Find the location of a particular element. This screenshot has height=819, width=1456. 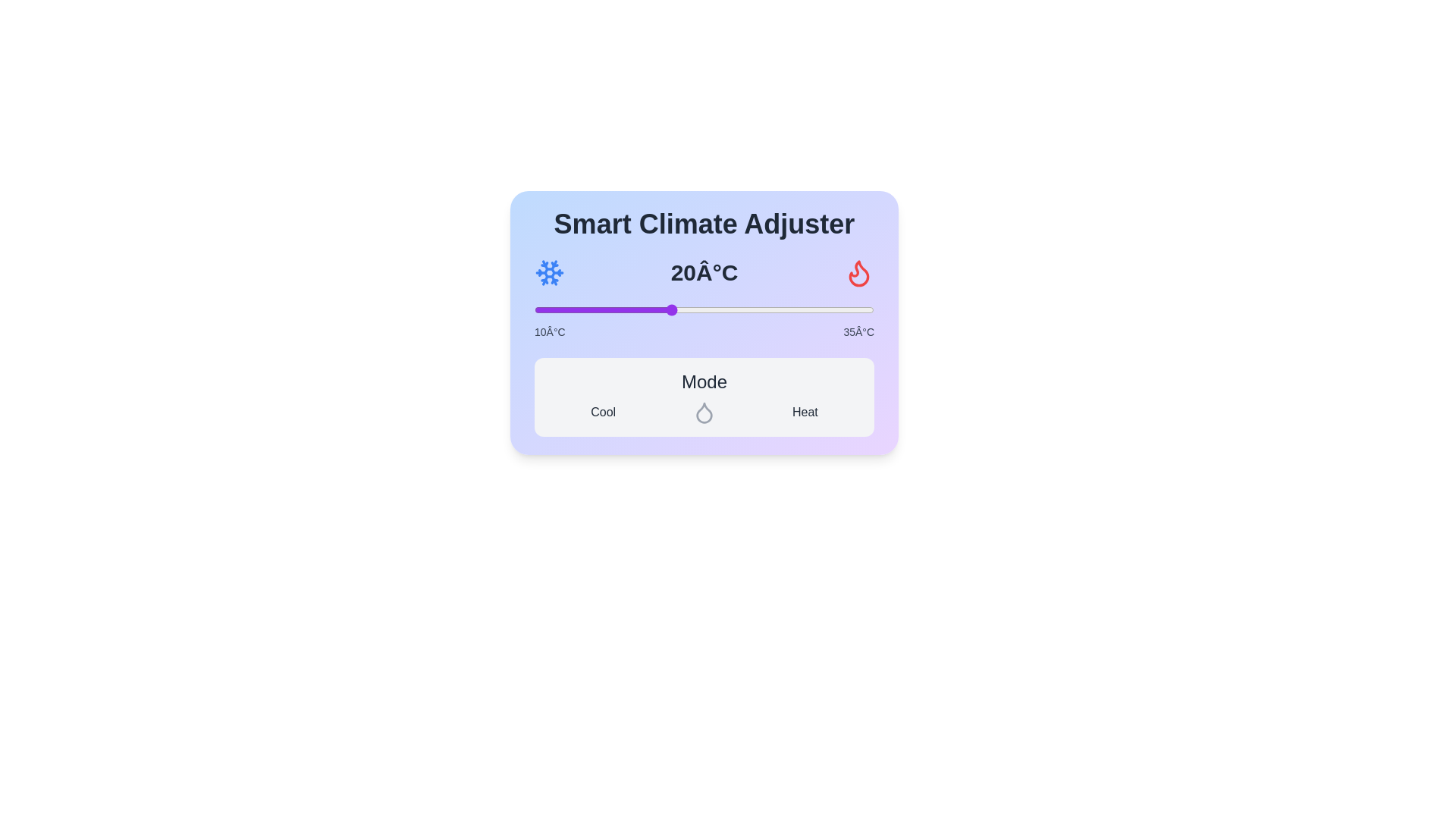

the temperature to 31°C using the slider is located at coordinates (819, 309).